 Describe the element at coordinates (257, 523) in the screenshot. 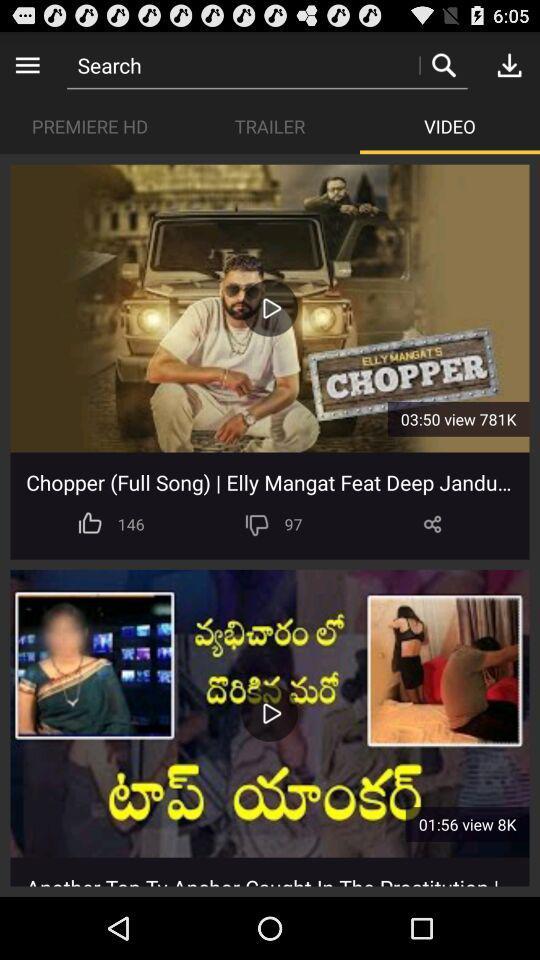

I see `thumbs down` at that location.